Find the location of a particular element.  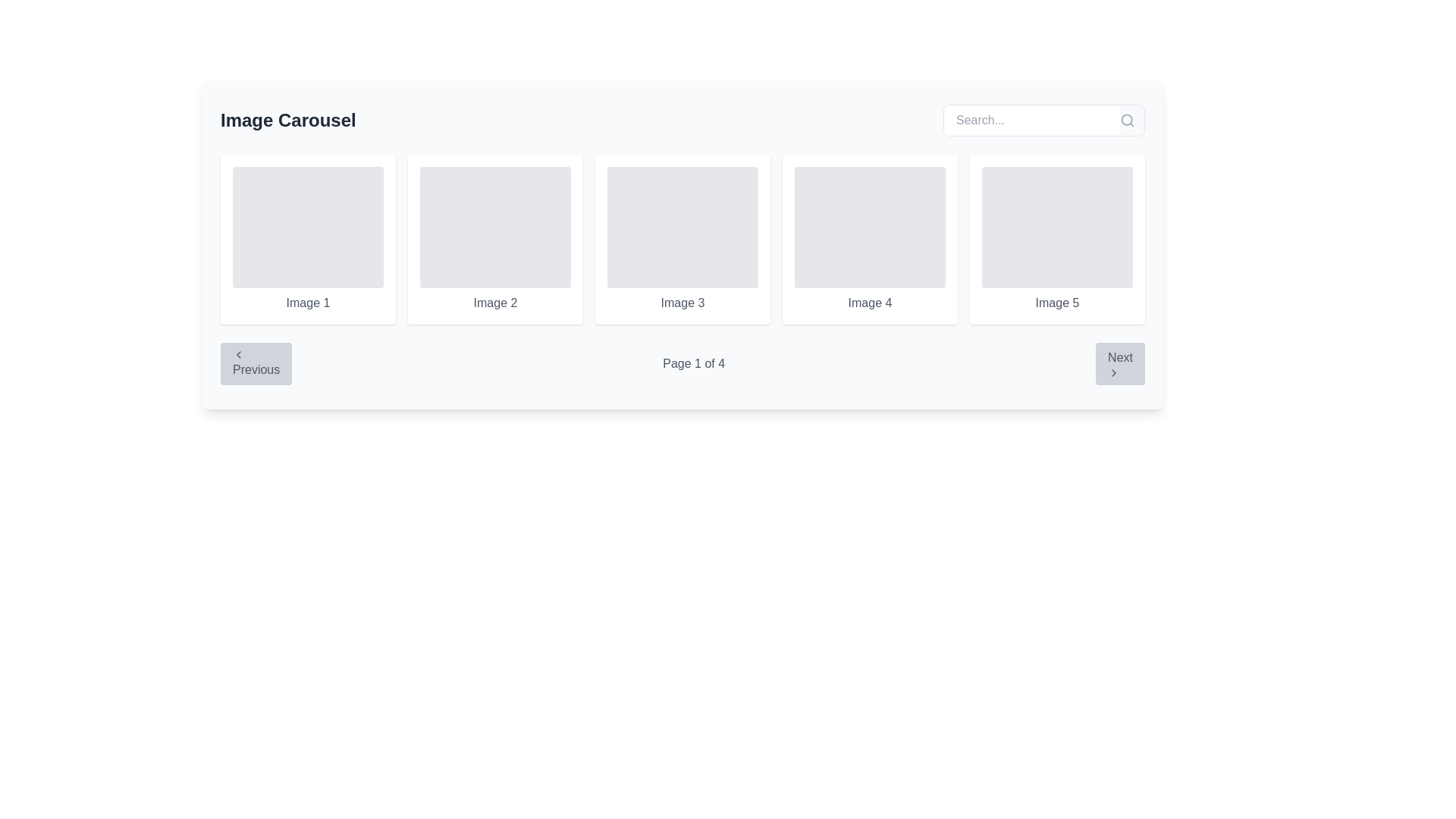

the chevron icon within the 'Next' button located at the bottom-right corner of the image carousel is located at coordinates (1113, 373).